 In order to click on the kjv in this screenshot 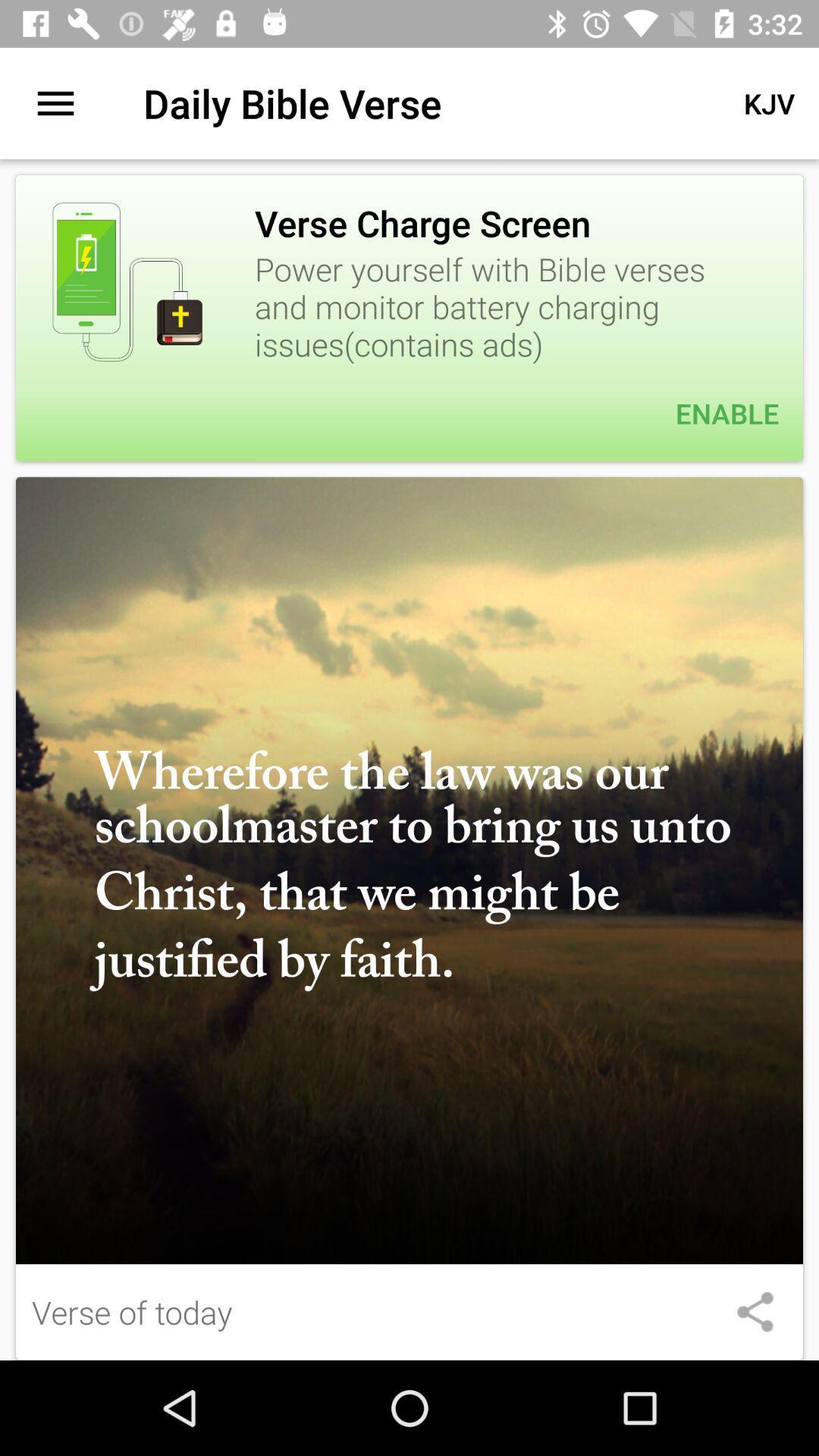, I will do `click(769, 102)`.